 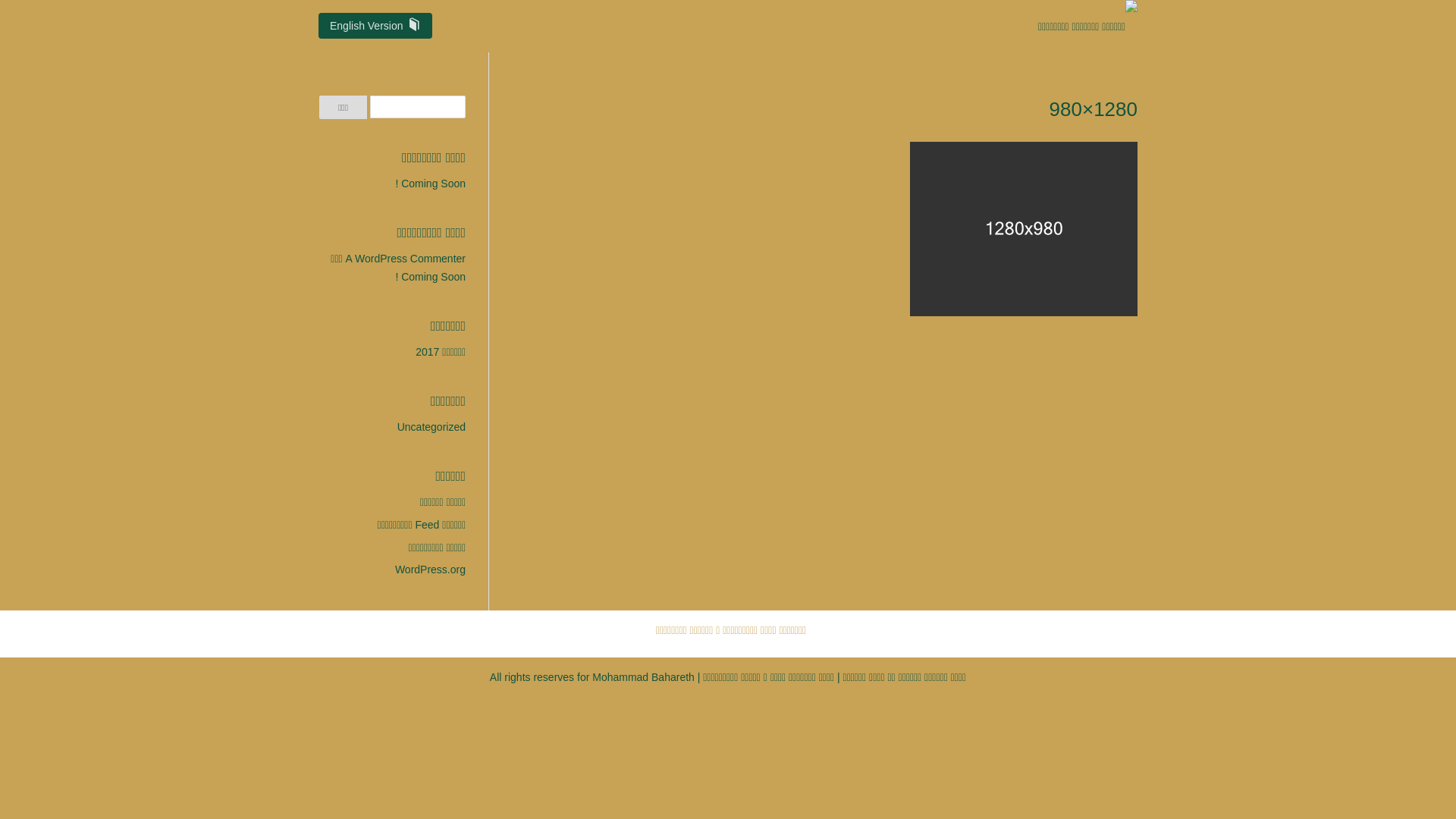 What do you see at coordinates (429, 570) in the screenshot?
I see `'WordPress.org'` at bounding box center [429, 570].